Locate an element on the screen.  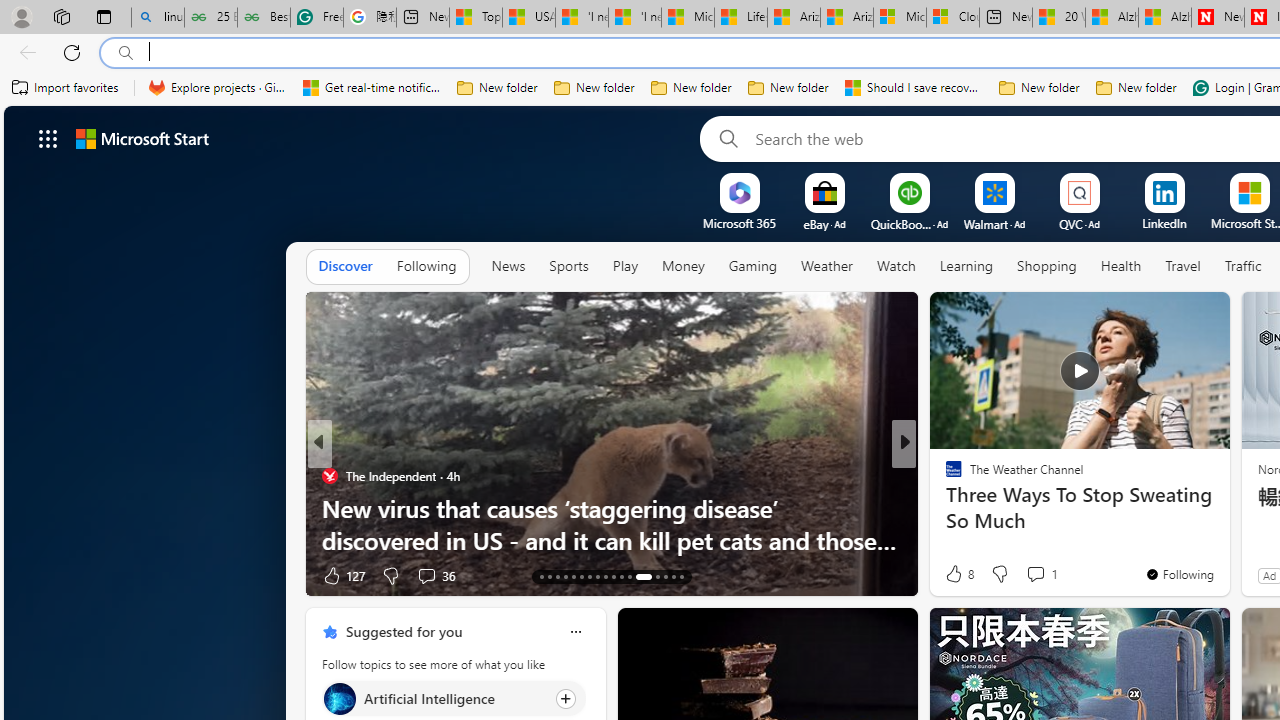
'View comments 10 Comment' is located at coordinates (1041, 575).